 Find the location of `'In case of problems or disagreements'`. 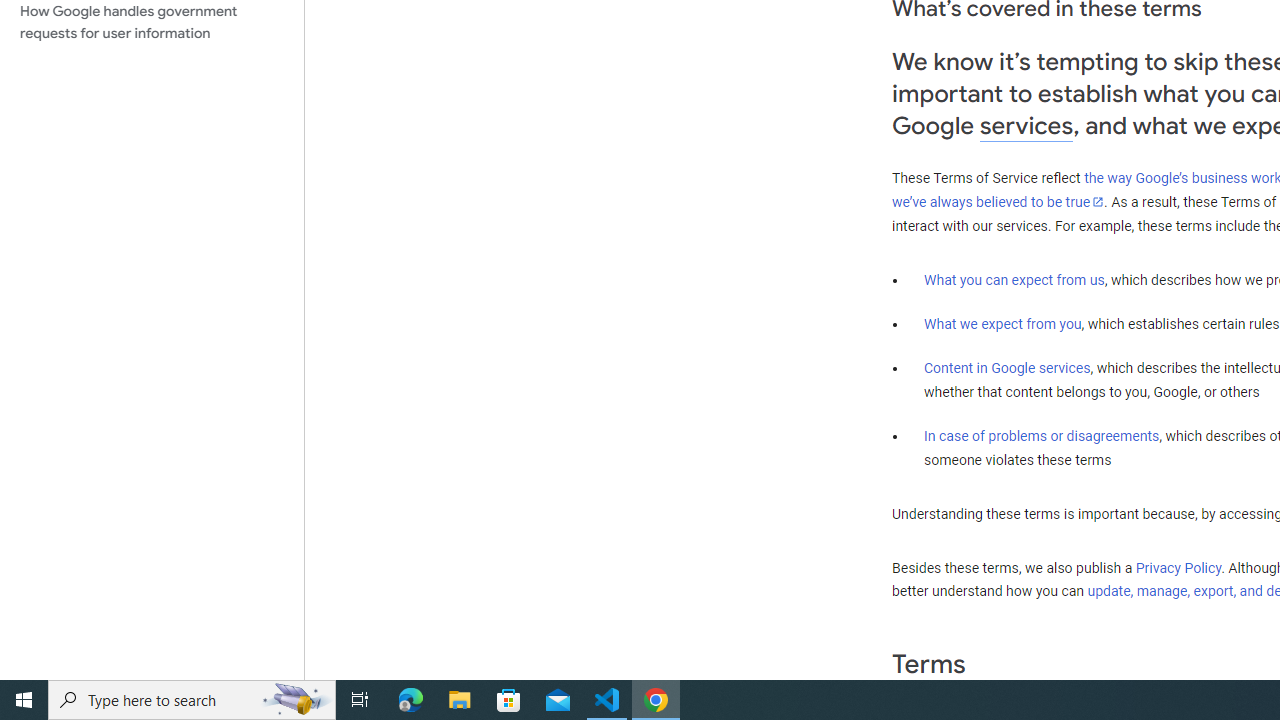

'In case of problems or disagreements' is located at coordinates (1040, 434).